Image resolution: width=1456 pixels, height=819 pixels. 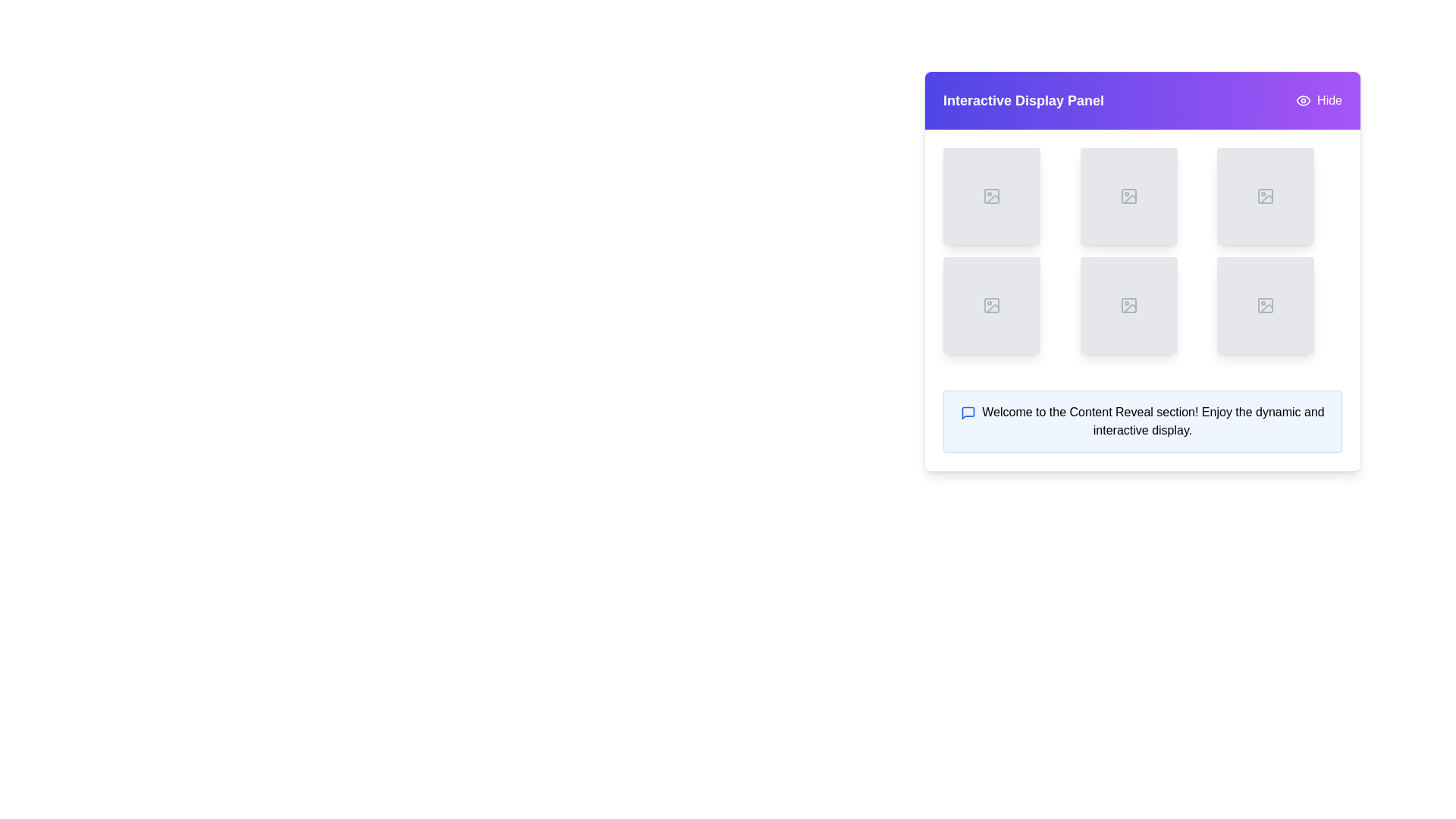 I want to click on the vector graphic icon resembling an image placeholder, which features a rectangular frame with rounded corners and a circular element near the top-left, located in the bottom-left cell of a grid layout, so click(x=1128, y=305).